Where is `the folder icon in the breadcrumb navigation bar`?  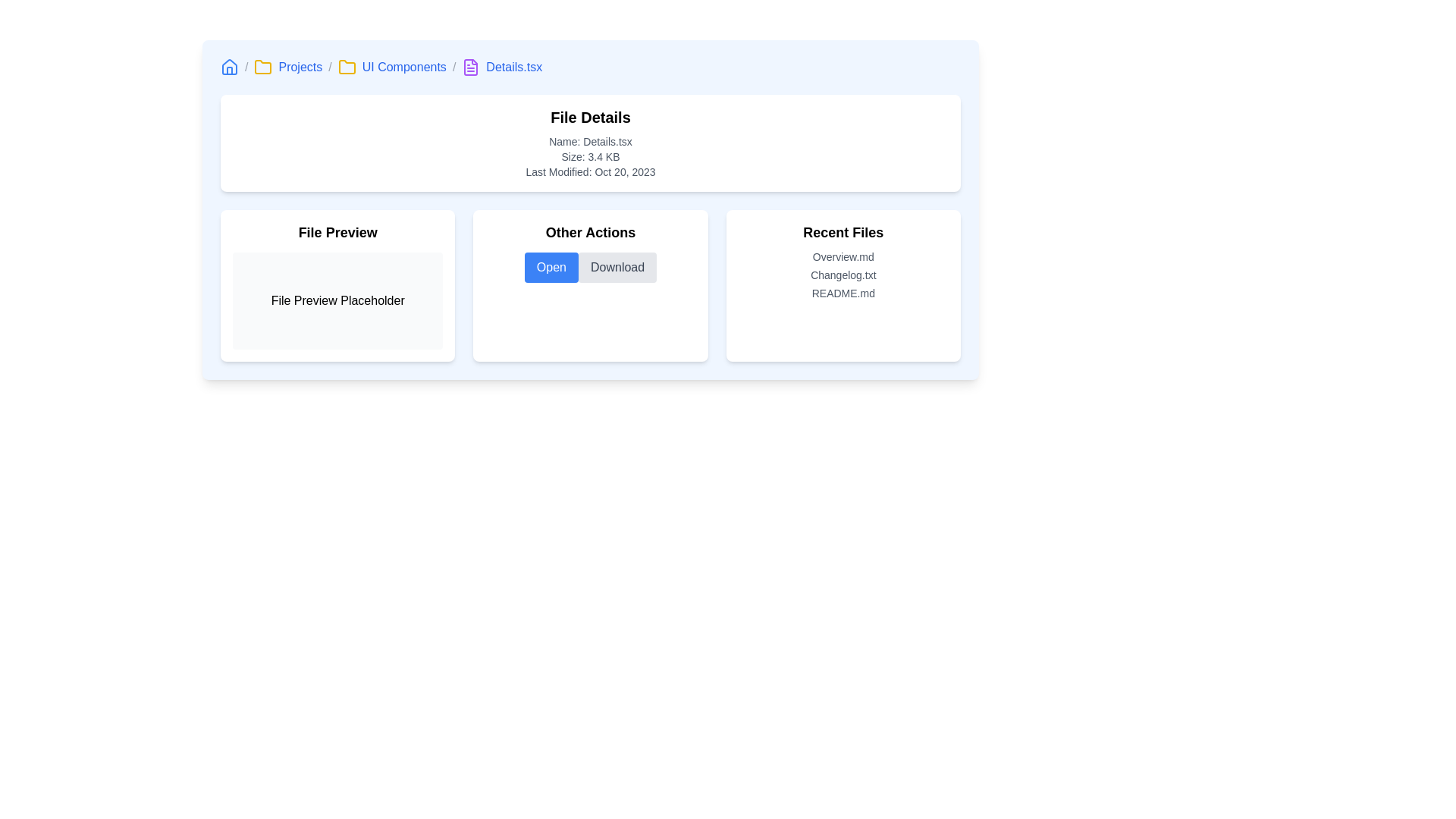
the folder icon in the breadcrumb navigation bar is located at coordinates (346, 66).